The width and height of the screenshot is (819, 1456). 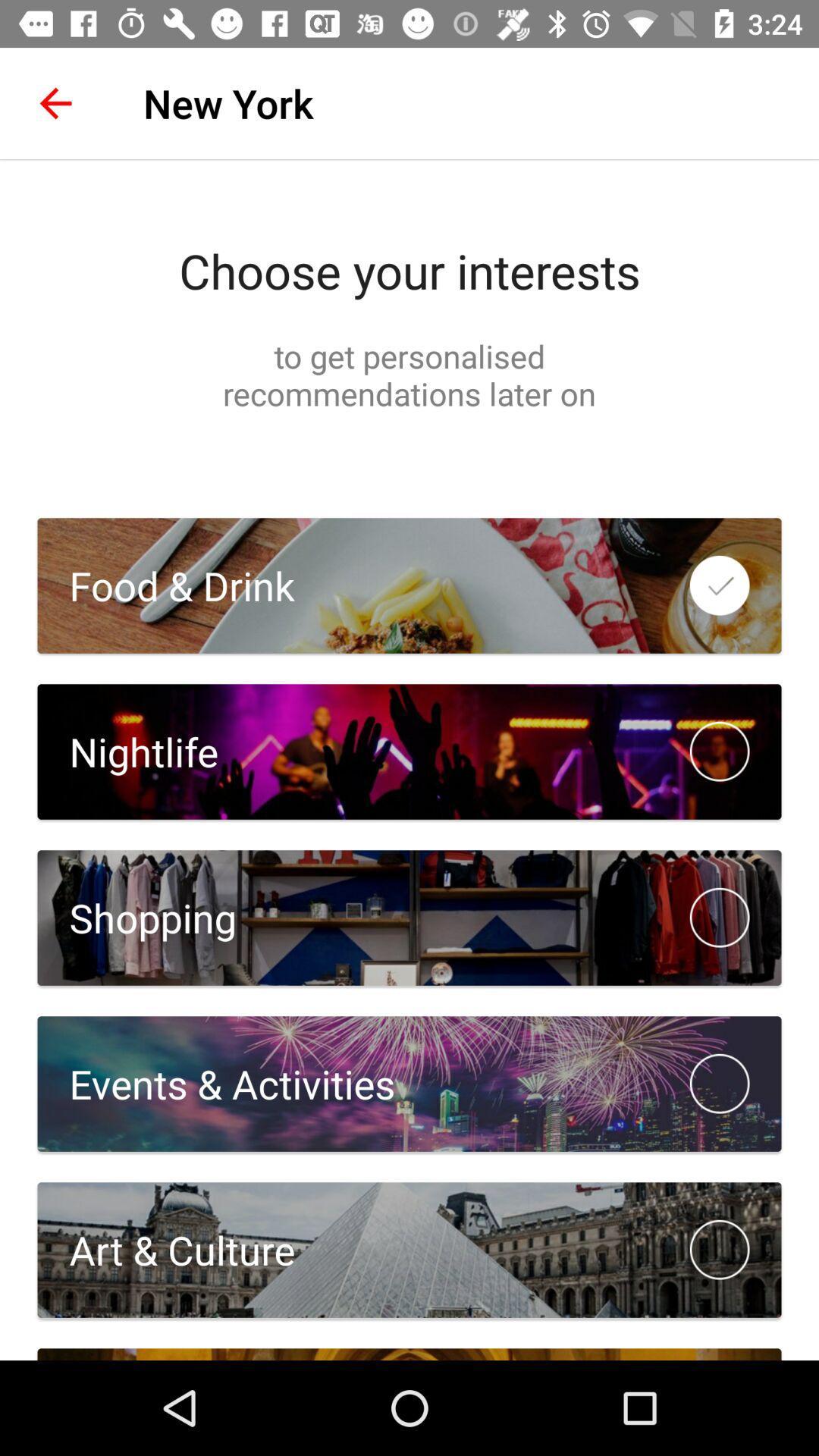 What do you see at coordinates (409, 270) in the screenshot?
I see `the choose your interests item` at bounding box center [409, 270].